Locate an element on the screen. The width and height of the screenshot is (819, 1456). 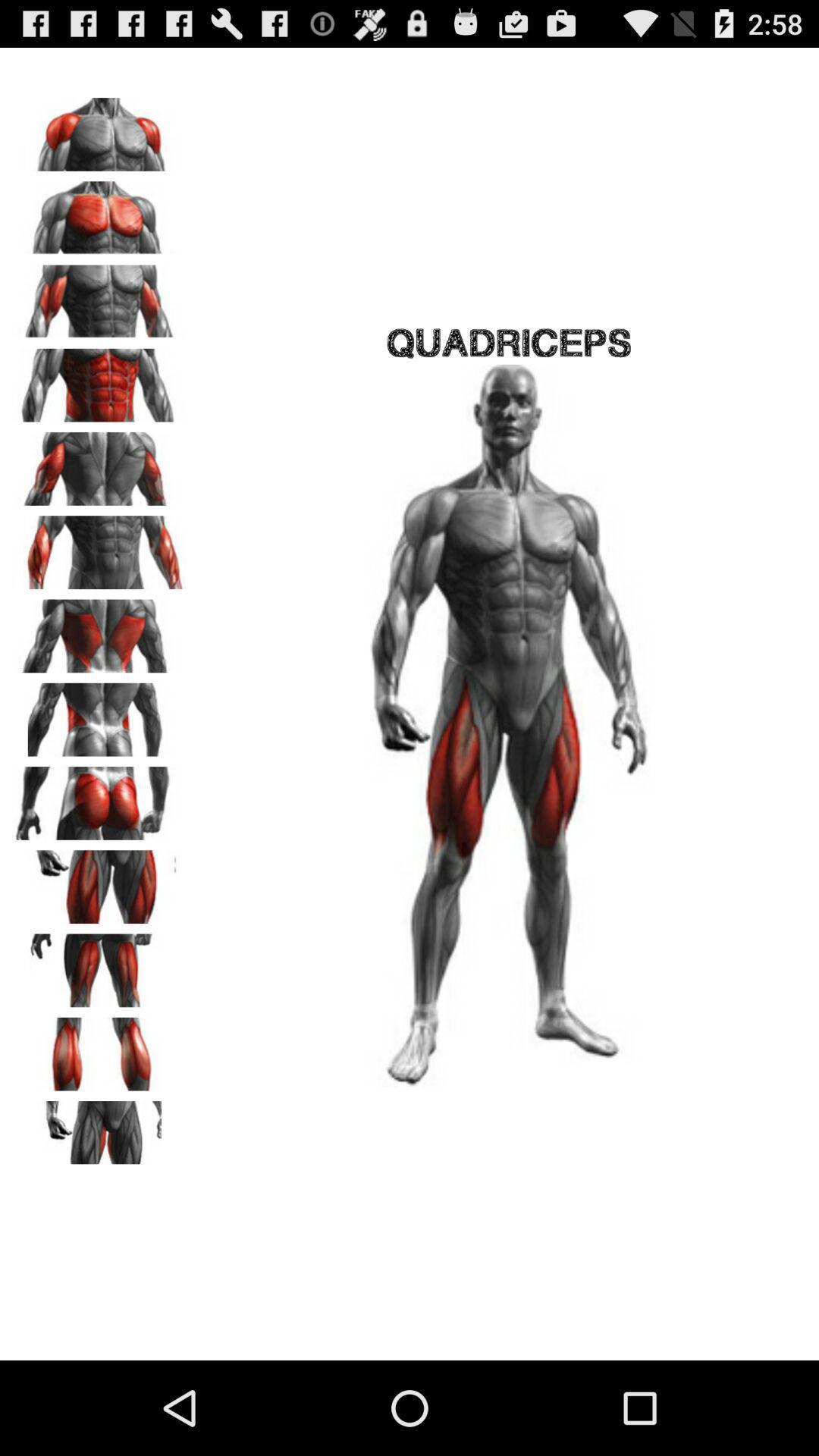
make selection is located at coordinates (99, 297).